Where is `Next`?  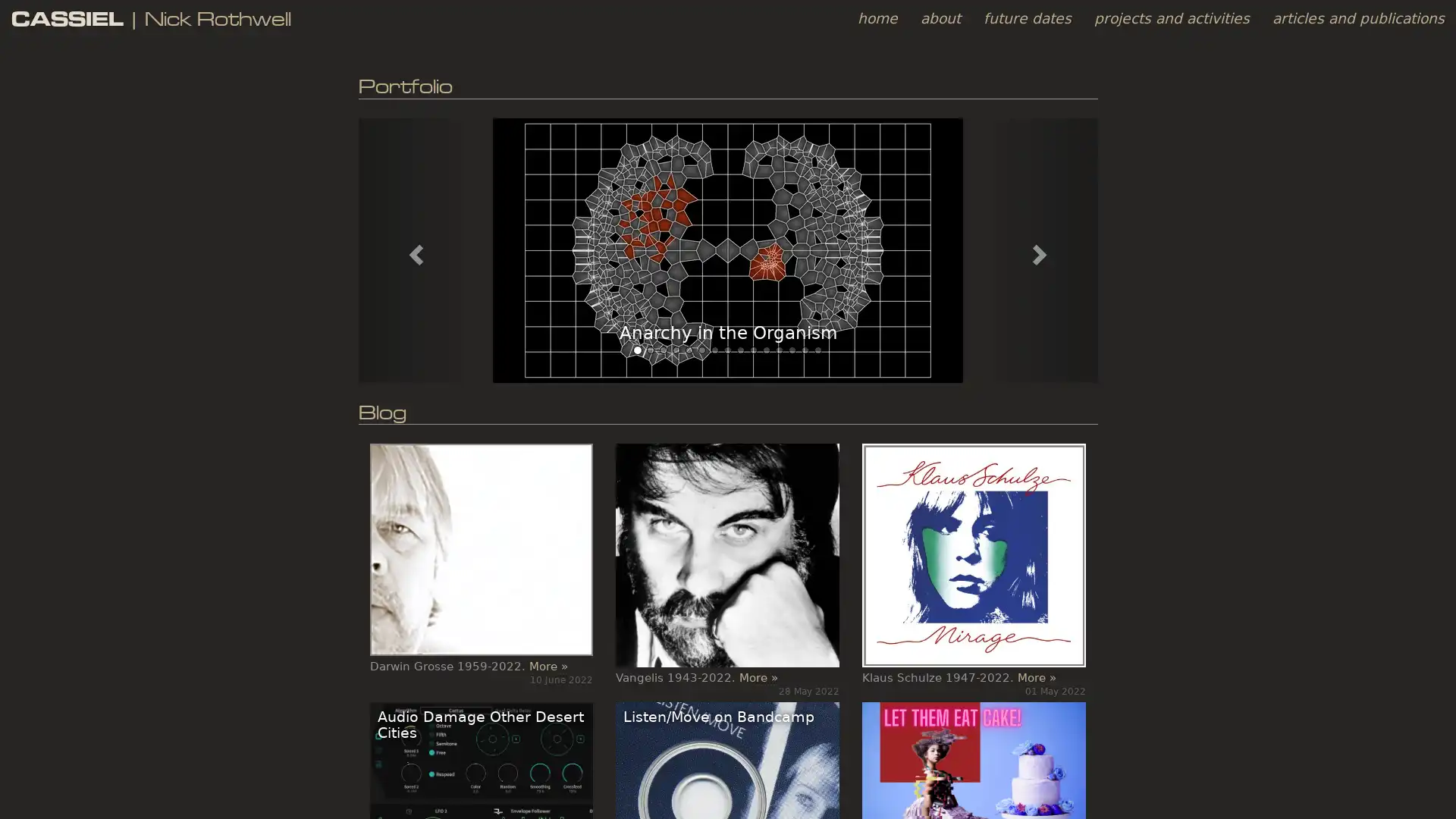
Next is located at coordinates (1040, 249).